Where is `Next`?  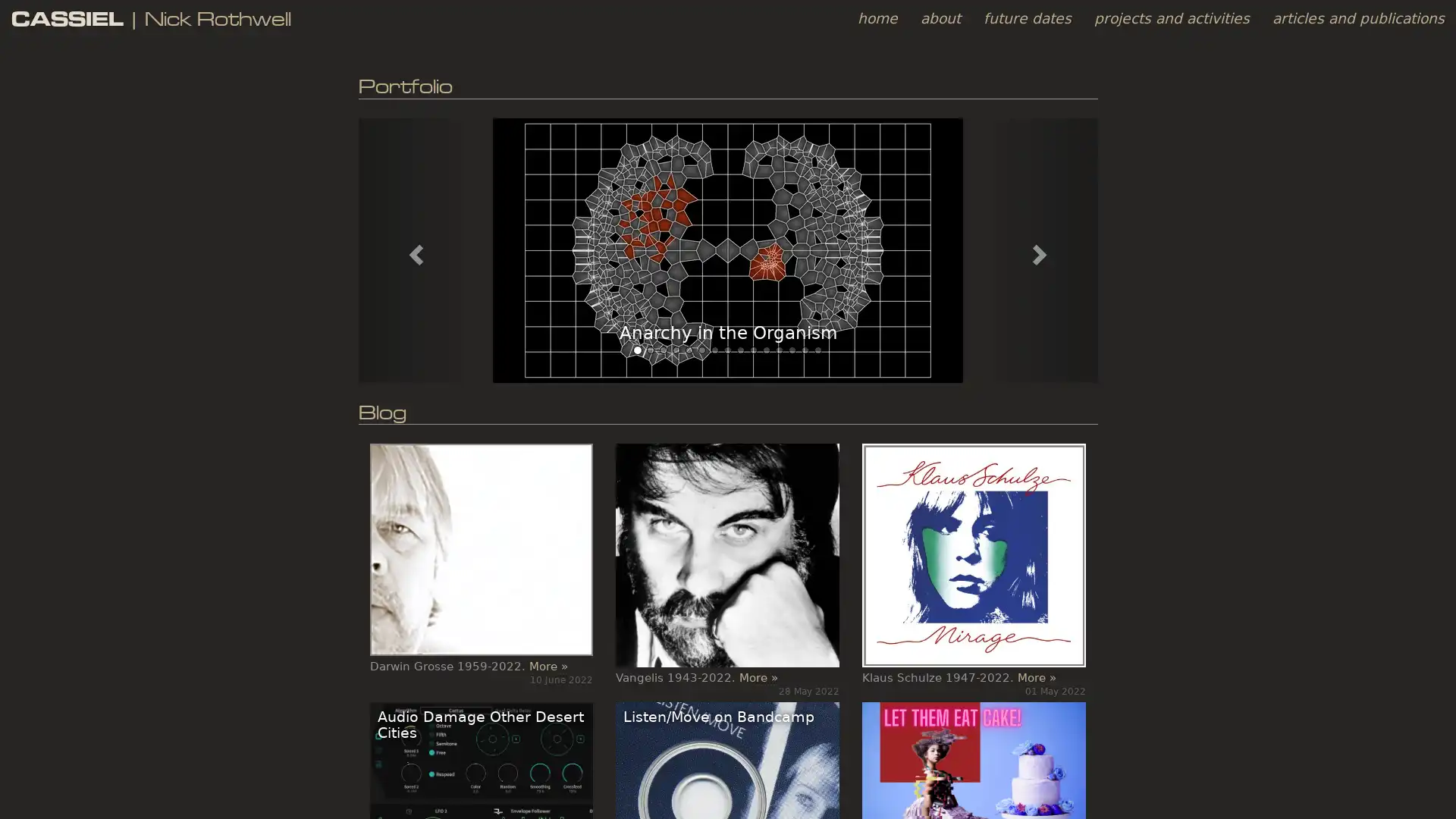
Next is located at coordinates (1040, 249).